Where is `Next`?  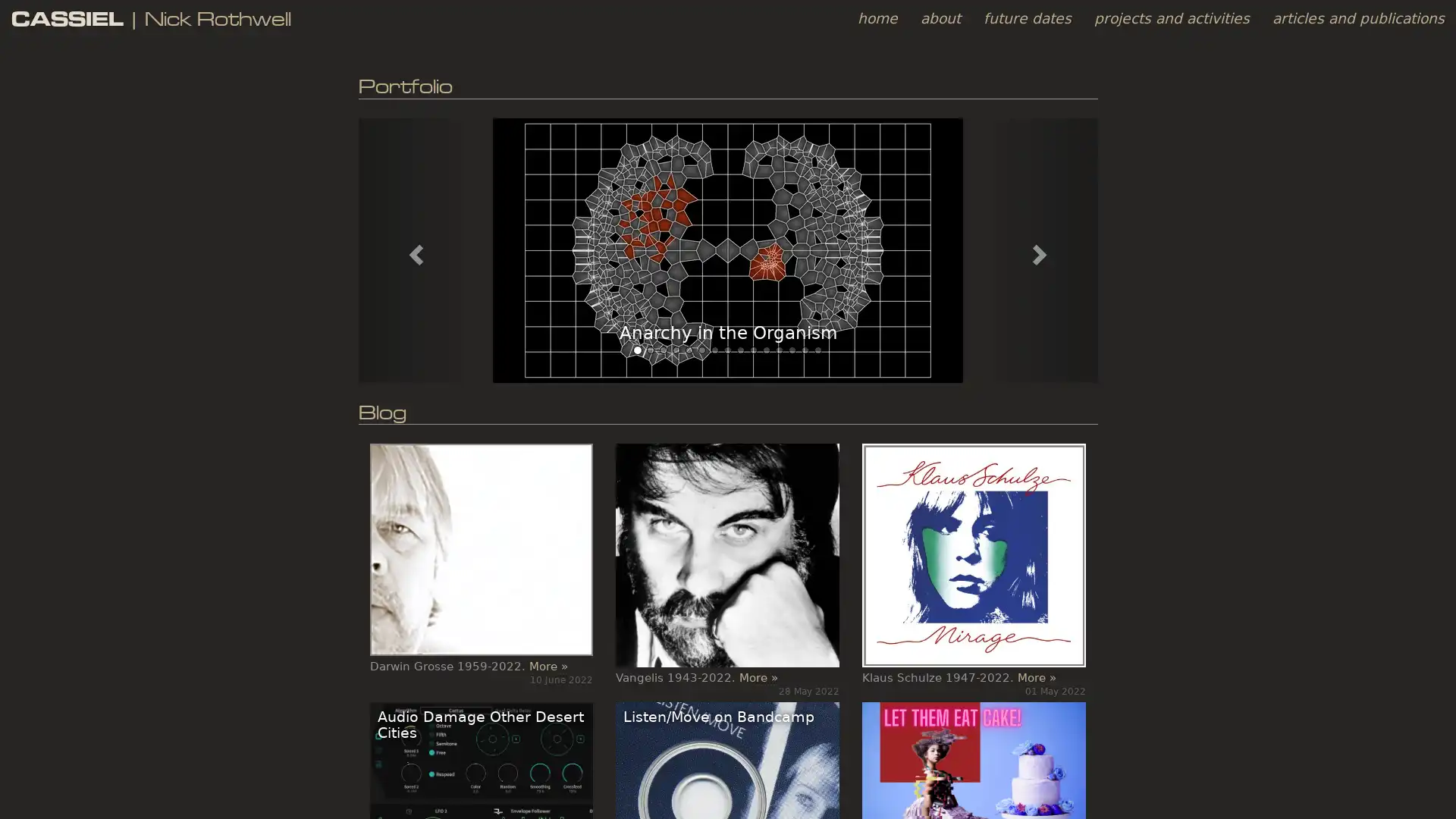
Next is located at coordinates (1040, 249).